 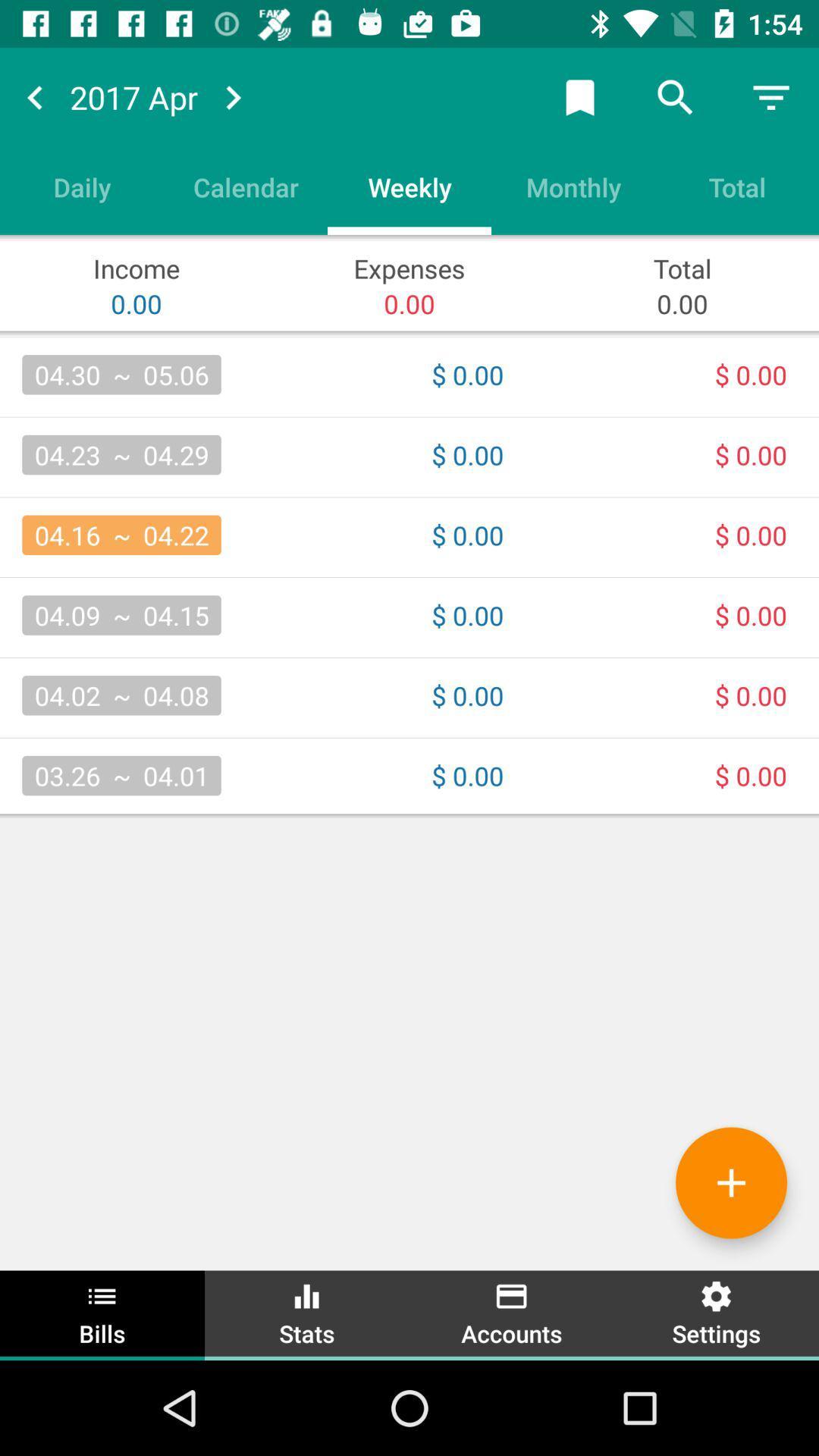 I want to click on menu, so click(x=771, y=96).